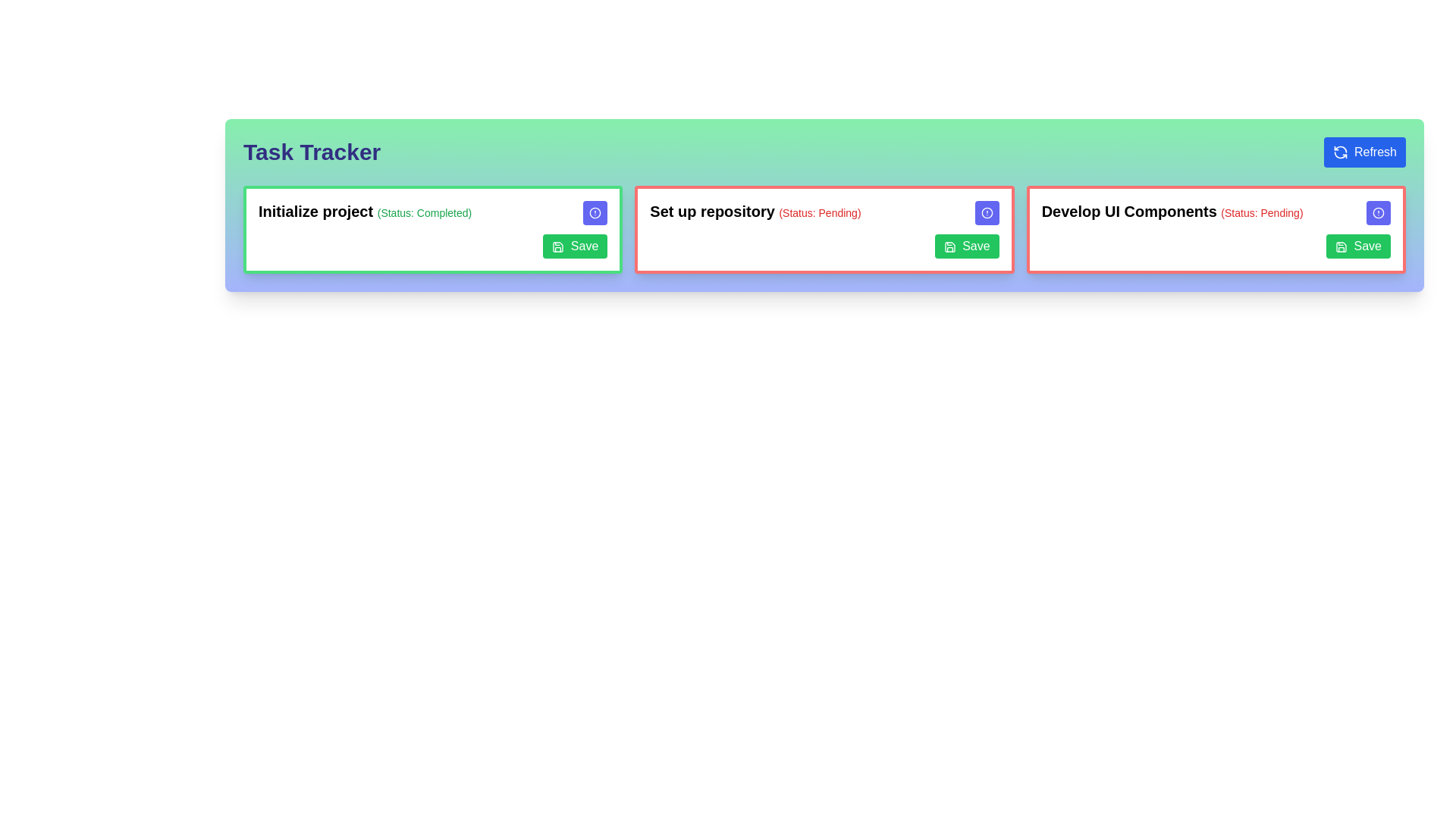 This screenshot has height=819, width=1456. Describe the element at coordinates (595, 213) in the screenshot. I see `the circular icon with a blue background located at the top-right of the 'Initialize project' task card button` at that location.